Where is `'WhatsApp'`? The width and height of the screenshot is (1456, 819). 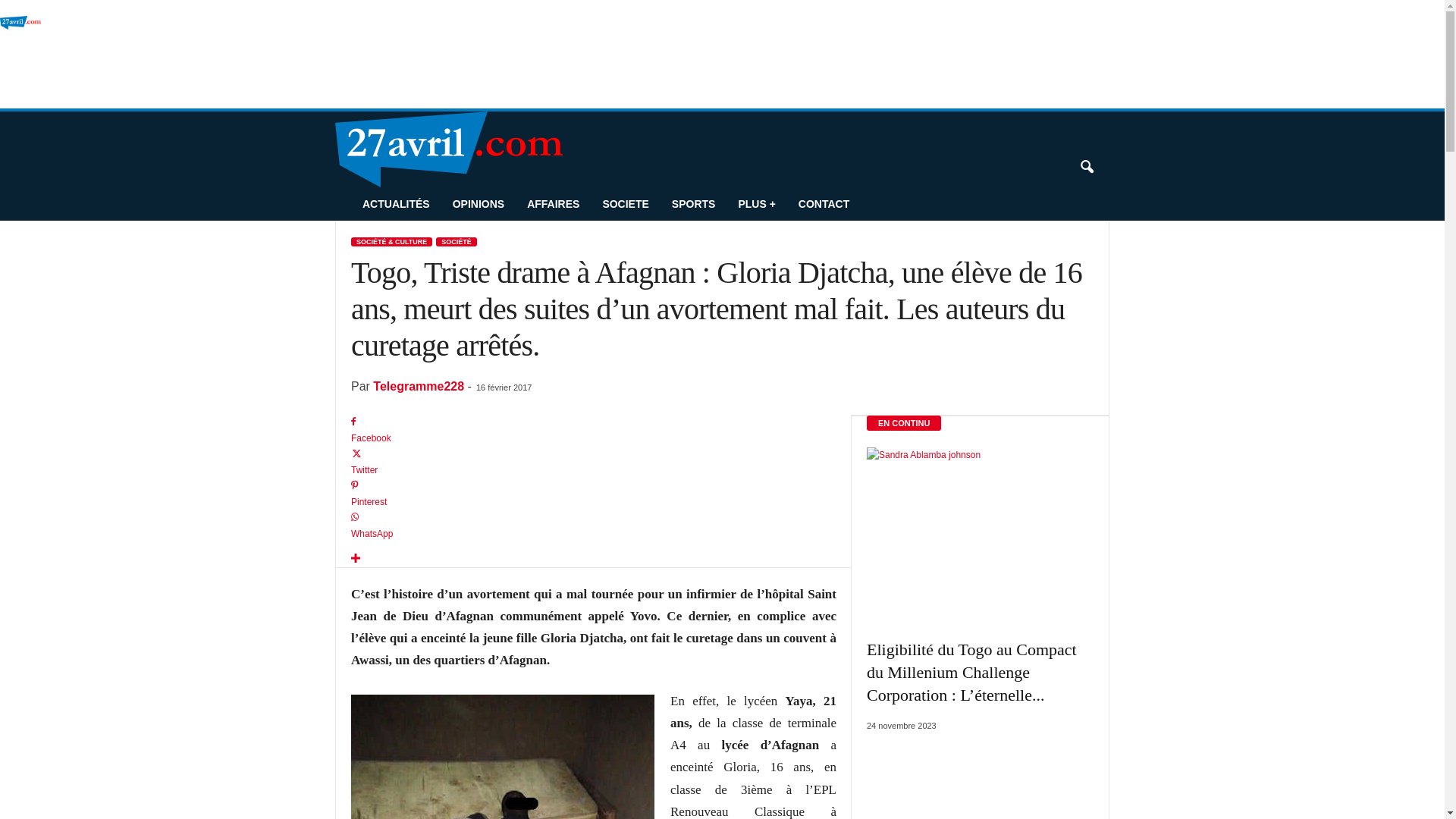 'WhatsApp' is located at coordinates (350, 526).